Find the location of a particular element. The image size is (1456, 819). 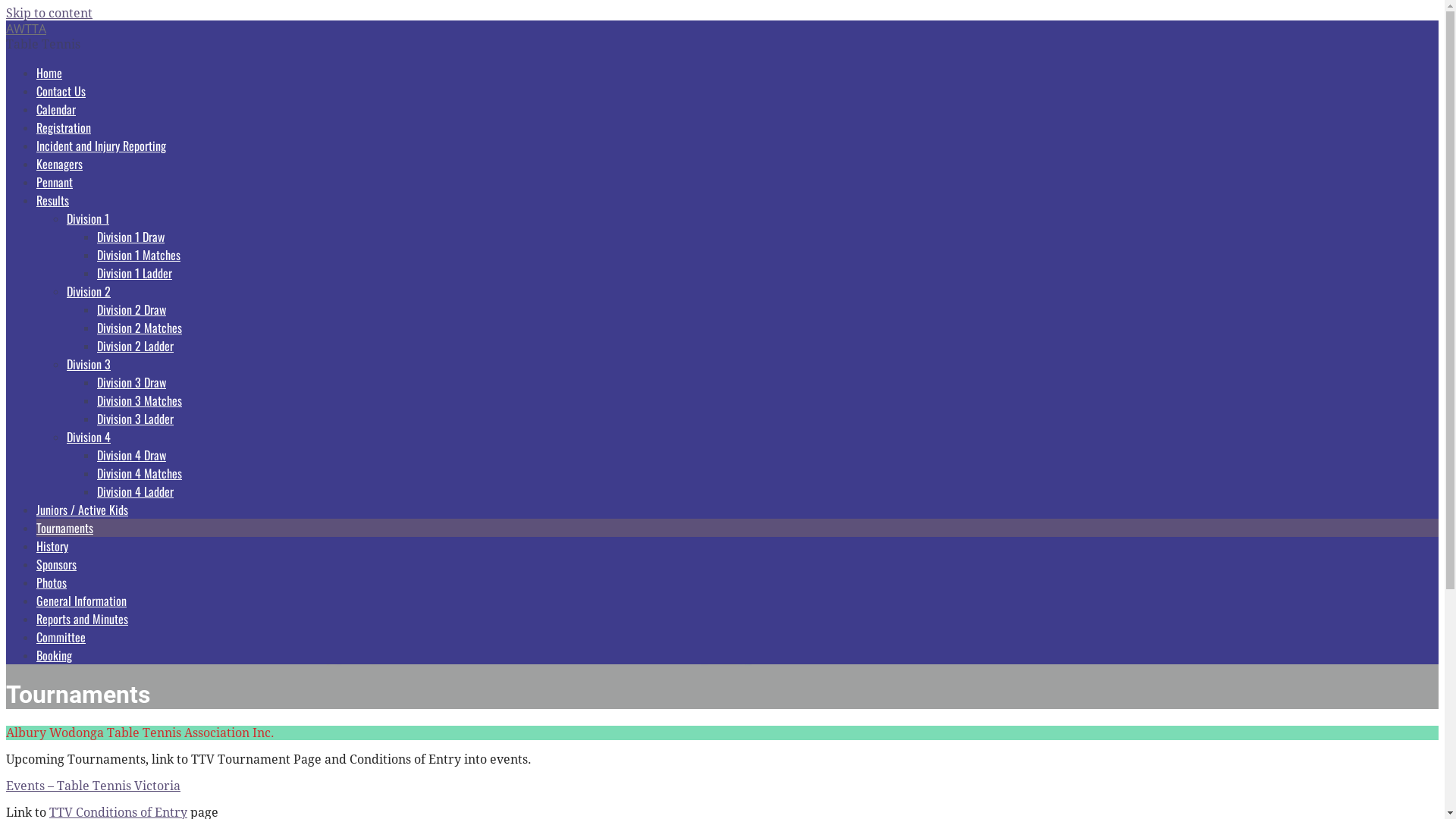

'Pennant' is located at coordinates (55, 180).